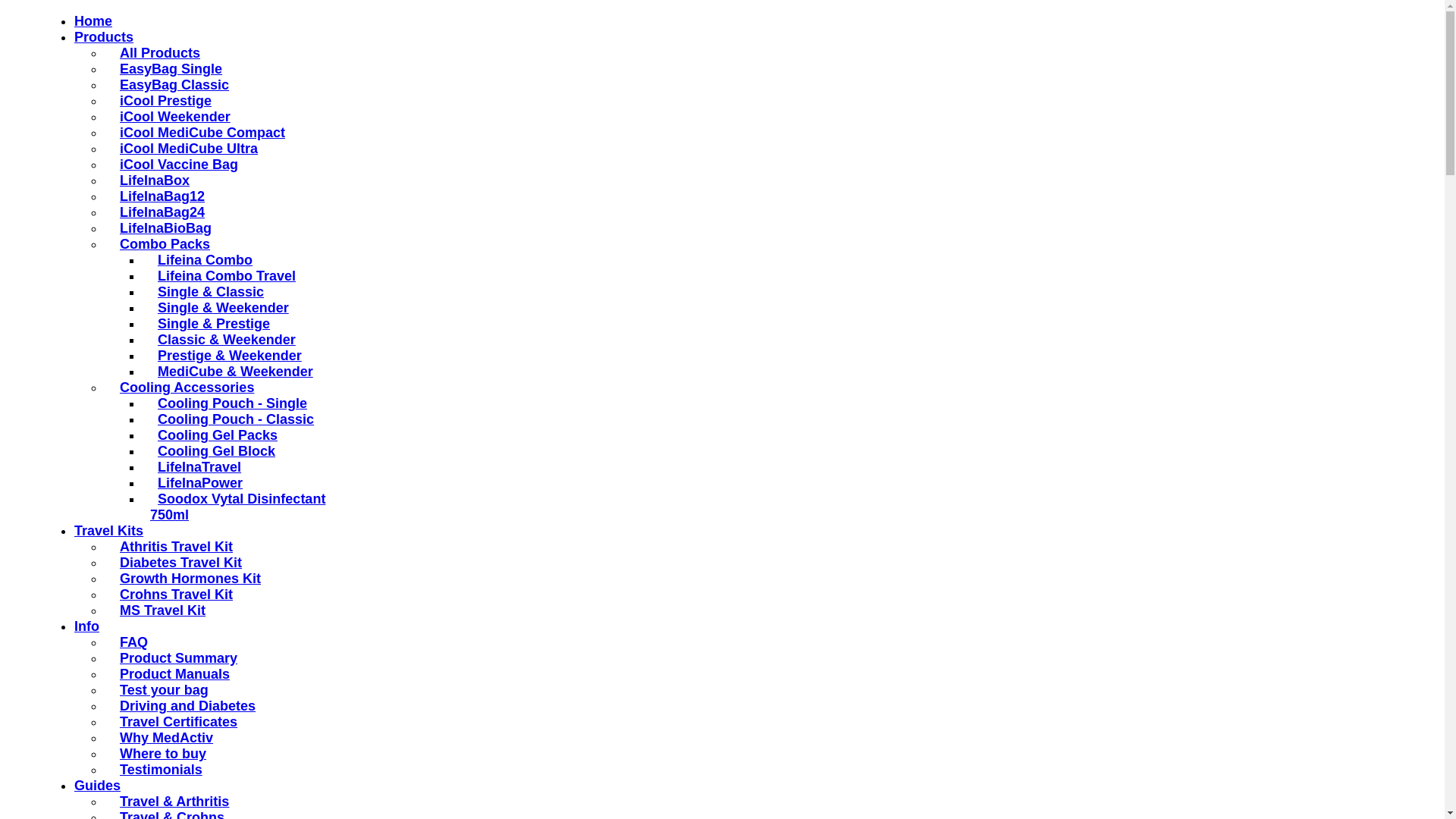 The height and width of the screenshot is (819, 1456). What do you see at coordinates (150, 180) in the screenshot?
I see `'LifeInaBox'` at bounding box center [150, 180].